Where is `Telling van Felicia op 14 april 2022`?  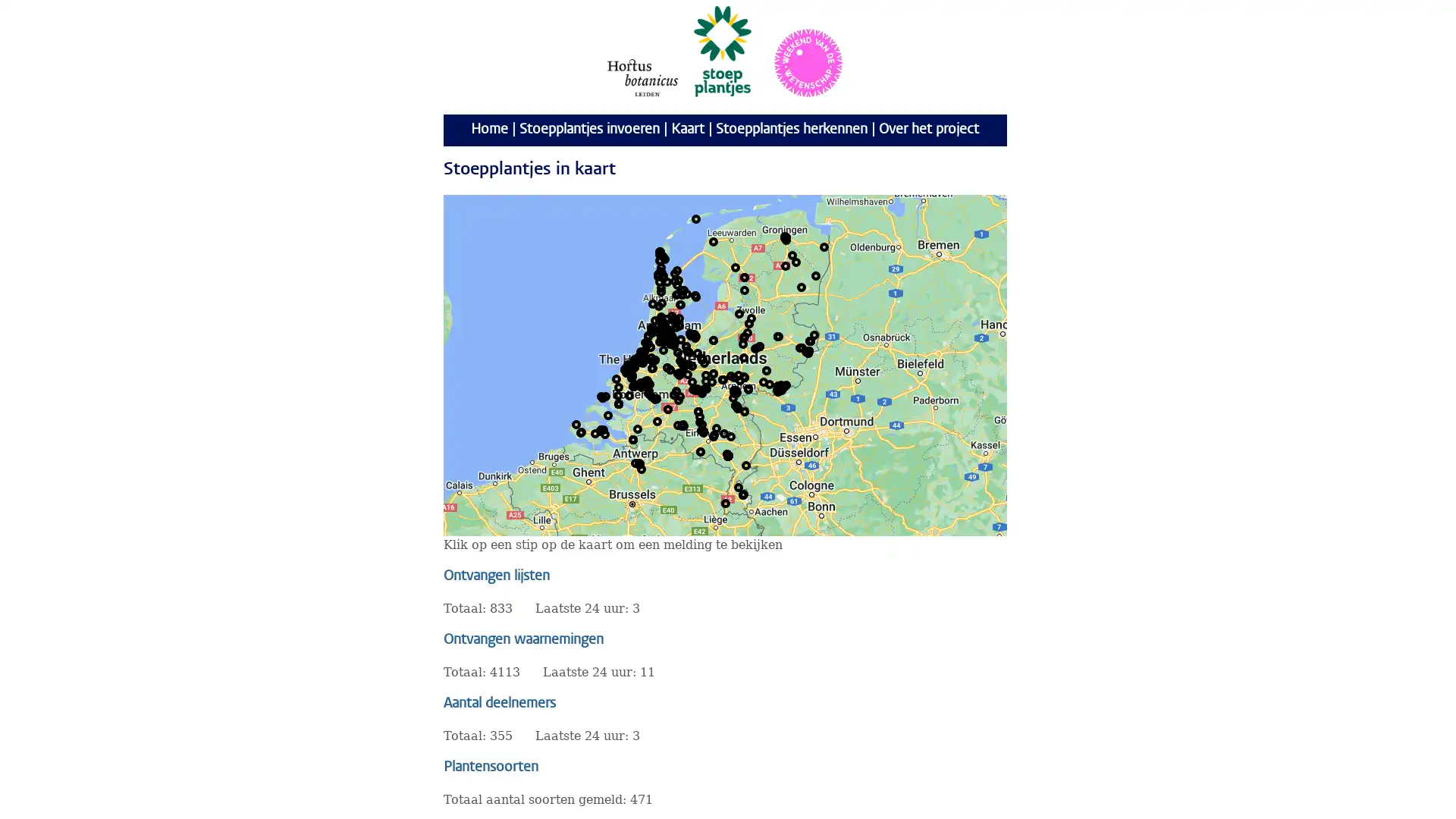 Telling van Felicia op 14 april 2022 is located at coordinates (669, 333).